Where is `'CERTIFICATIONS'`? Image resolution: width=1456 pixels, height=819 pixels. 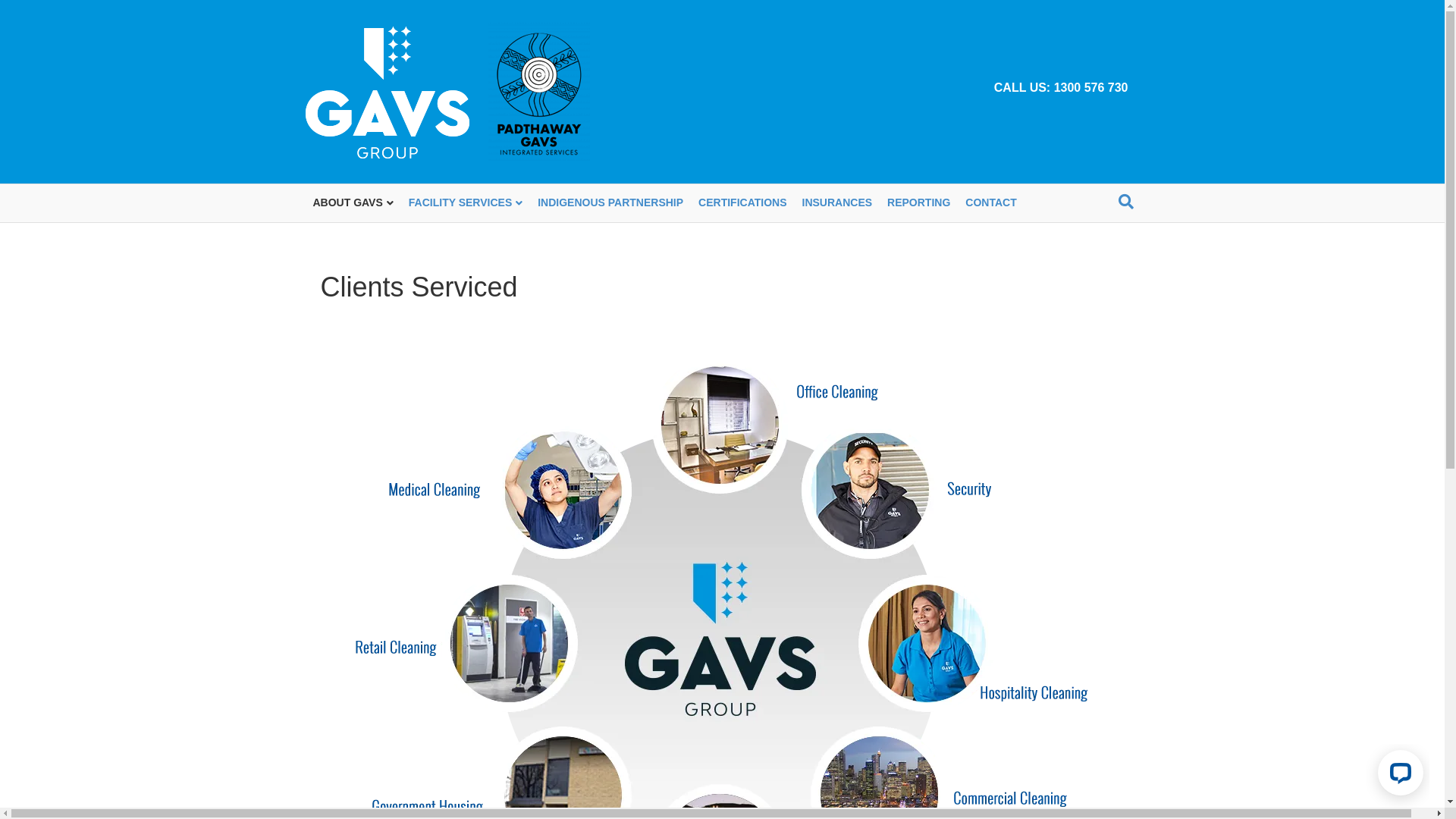 'CERTIFICATIONS' is located at coordinates (742, 202).